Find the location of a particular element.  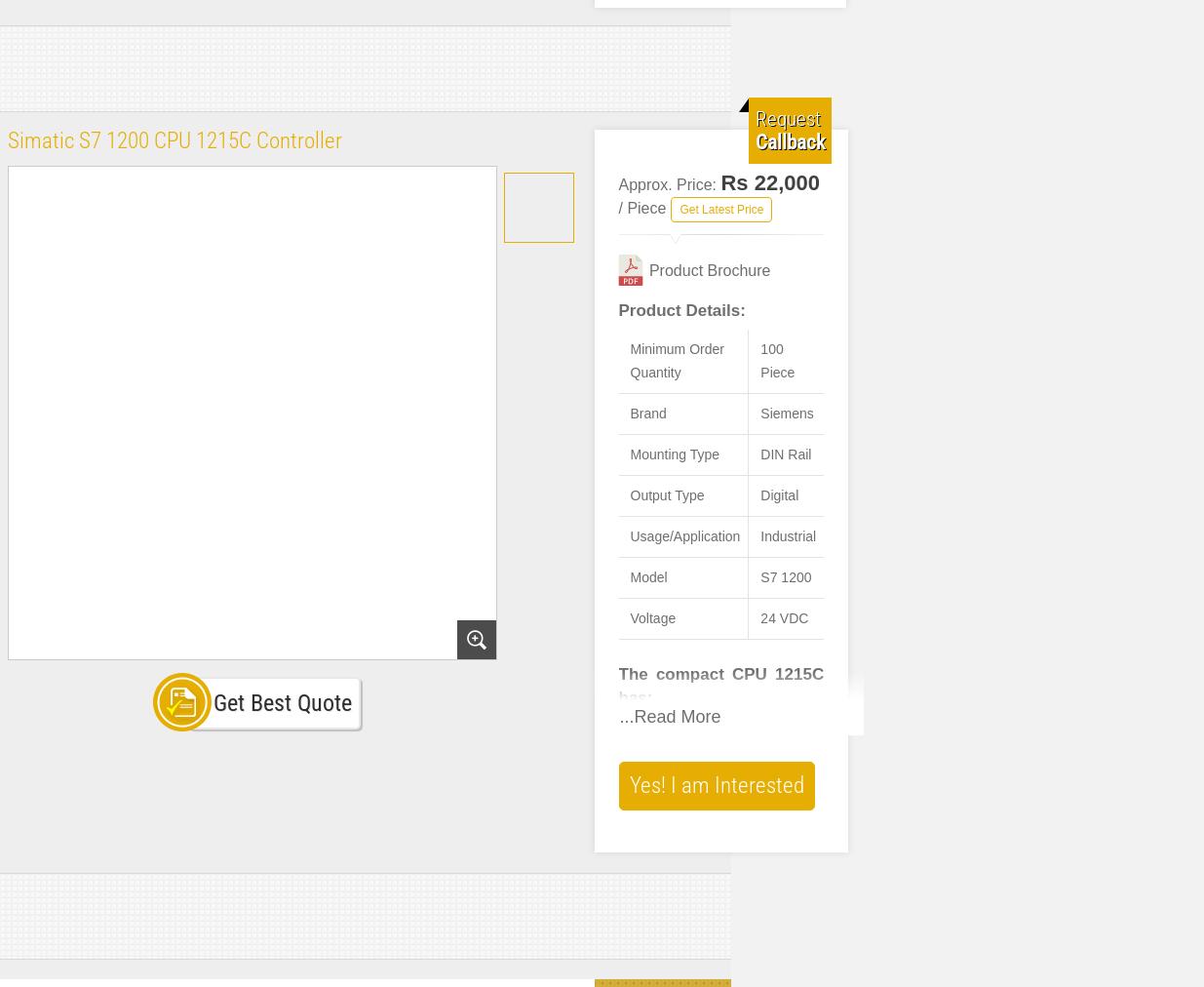

'Output Type' is located at coordinates (666, 494).